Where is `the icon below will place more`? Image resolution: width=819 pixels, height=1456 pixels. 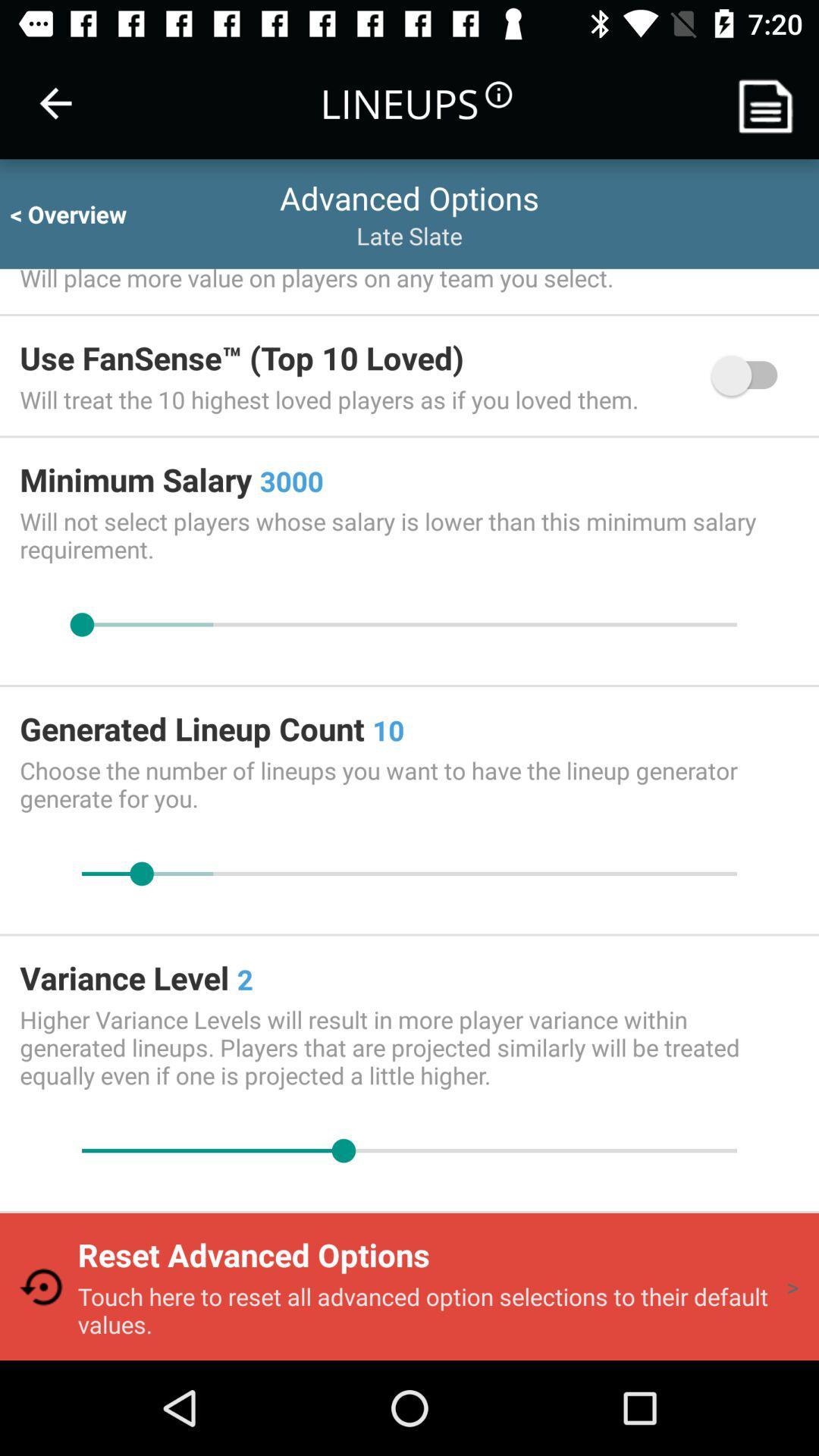 the icon below will place more is located at coordinates (752, 375).